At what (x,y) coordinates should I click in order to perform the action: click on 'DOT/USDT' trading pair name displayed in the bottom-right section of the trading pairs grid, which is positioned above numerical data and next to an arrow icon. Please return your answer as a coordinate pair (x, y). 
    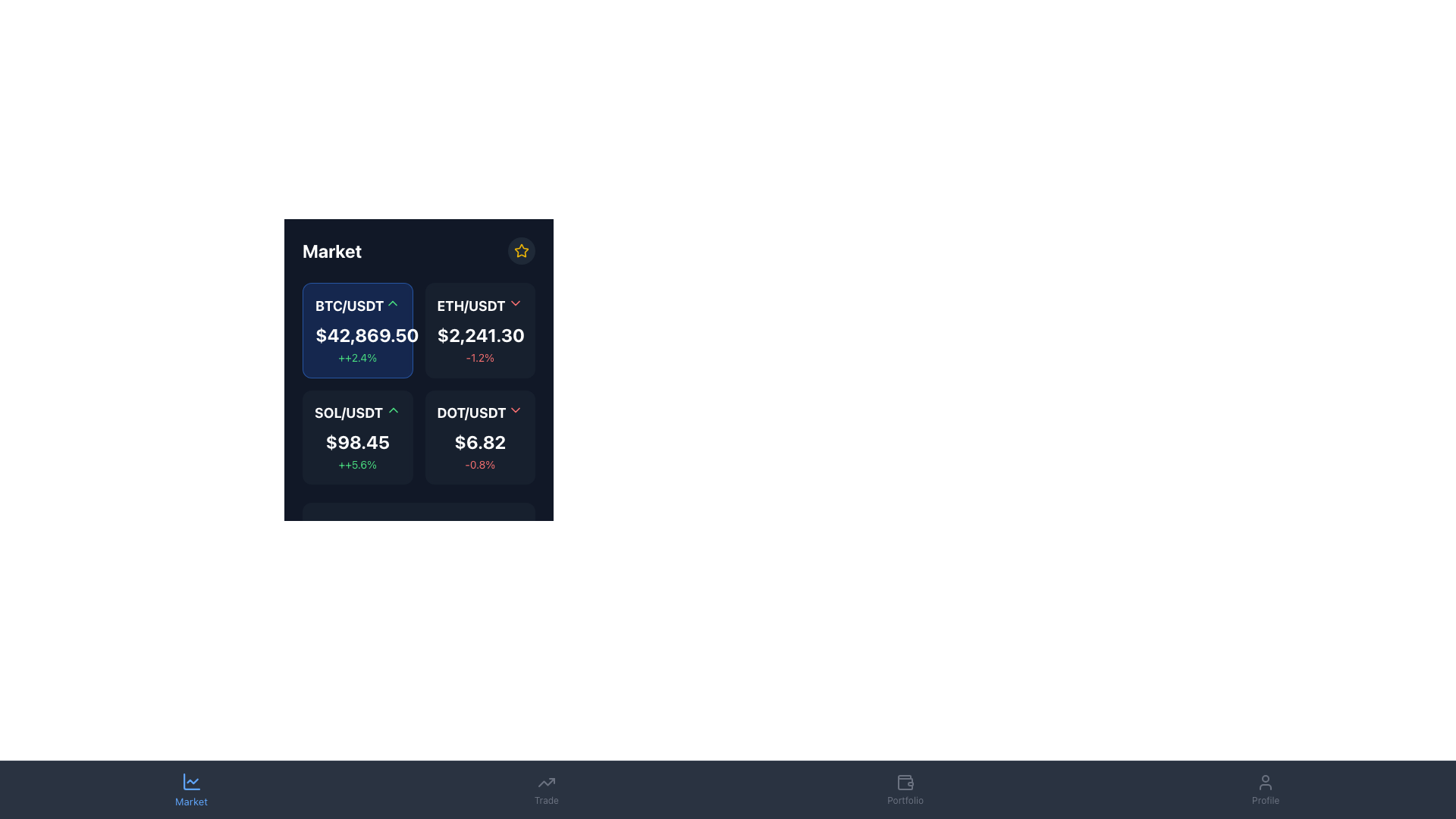
    Looking at the image, I should click on (471, 413).